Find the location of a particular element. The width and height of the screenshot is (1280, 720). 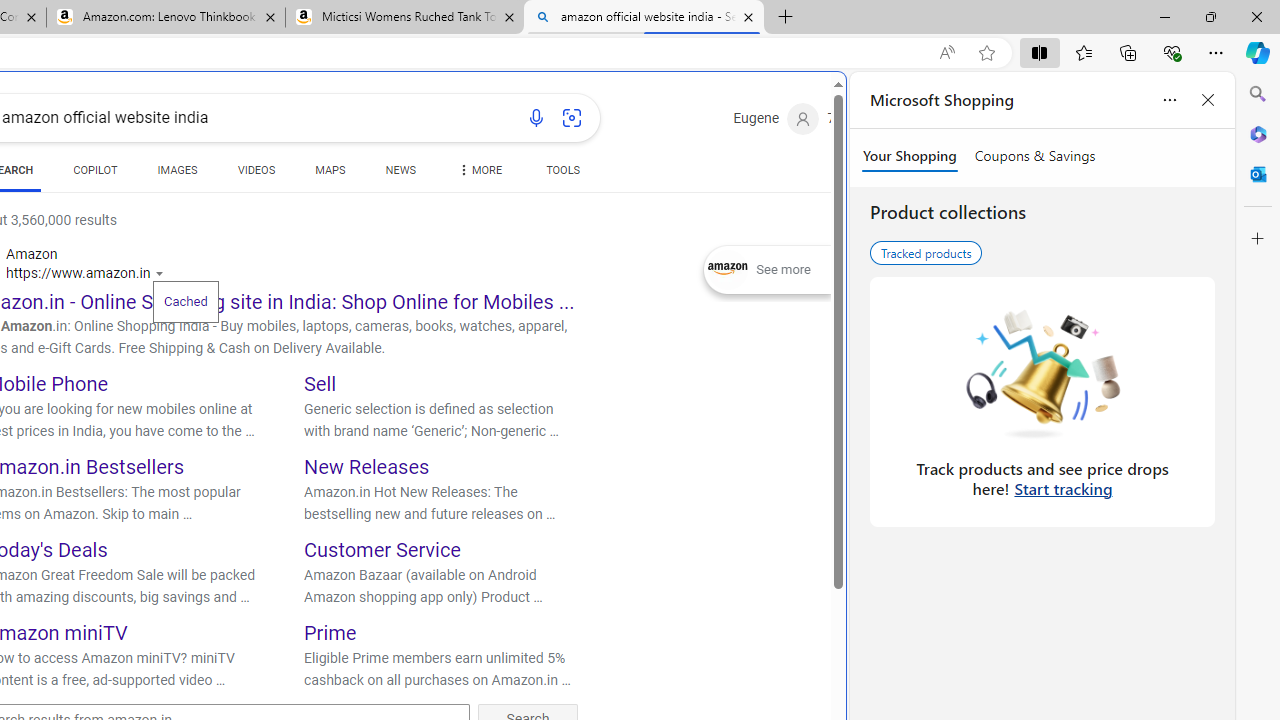

'TOOLS' is located at coordinates (562, 172).